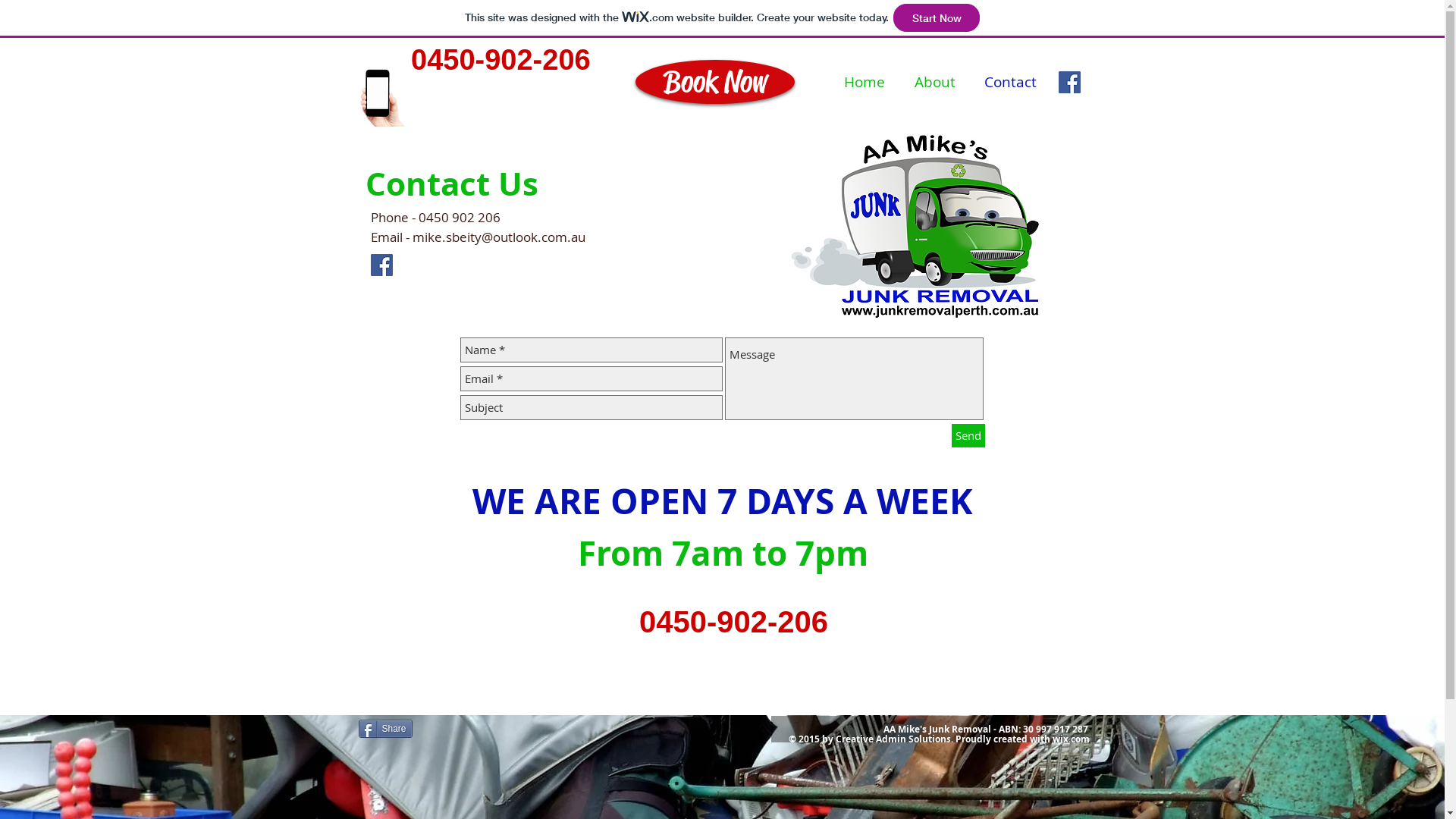  Describe the element at coordinates (714, 82) in the screenshot. I see `'Book Now'` at that location.